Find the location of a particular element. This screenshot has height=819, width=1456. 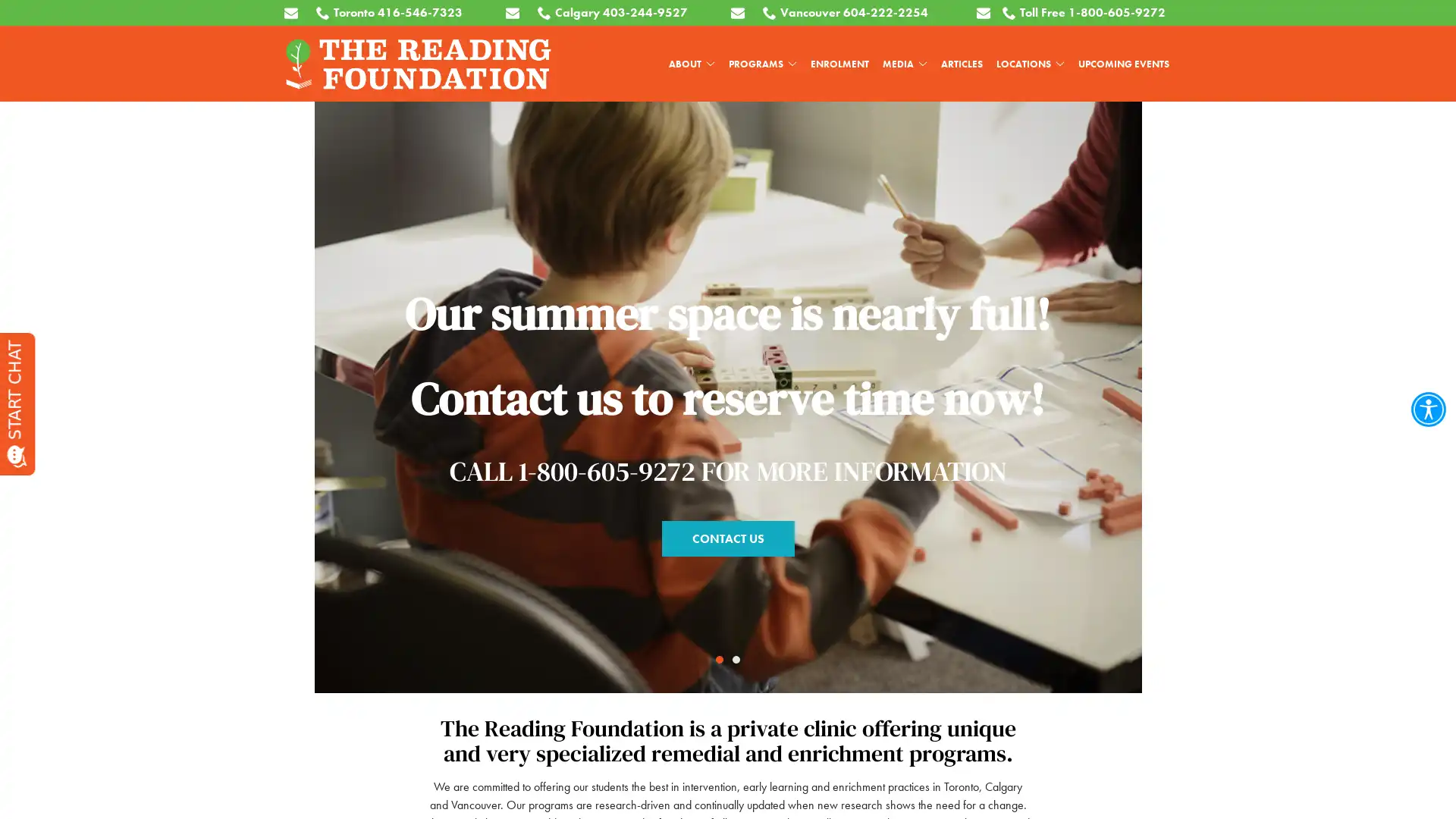

Next is located at coordinates (1412, 368).